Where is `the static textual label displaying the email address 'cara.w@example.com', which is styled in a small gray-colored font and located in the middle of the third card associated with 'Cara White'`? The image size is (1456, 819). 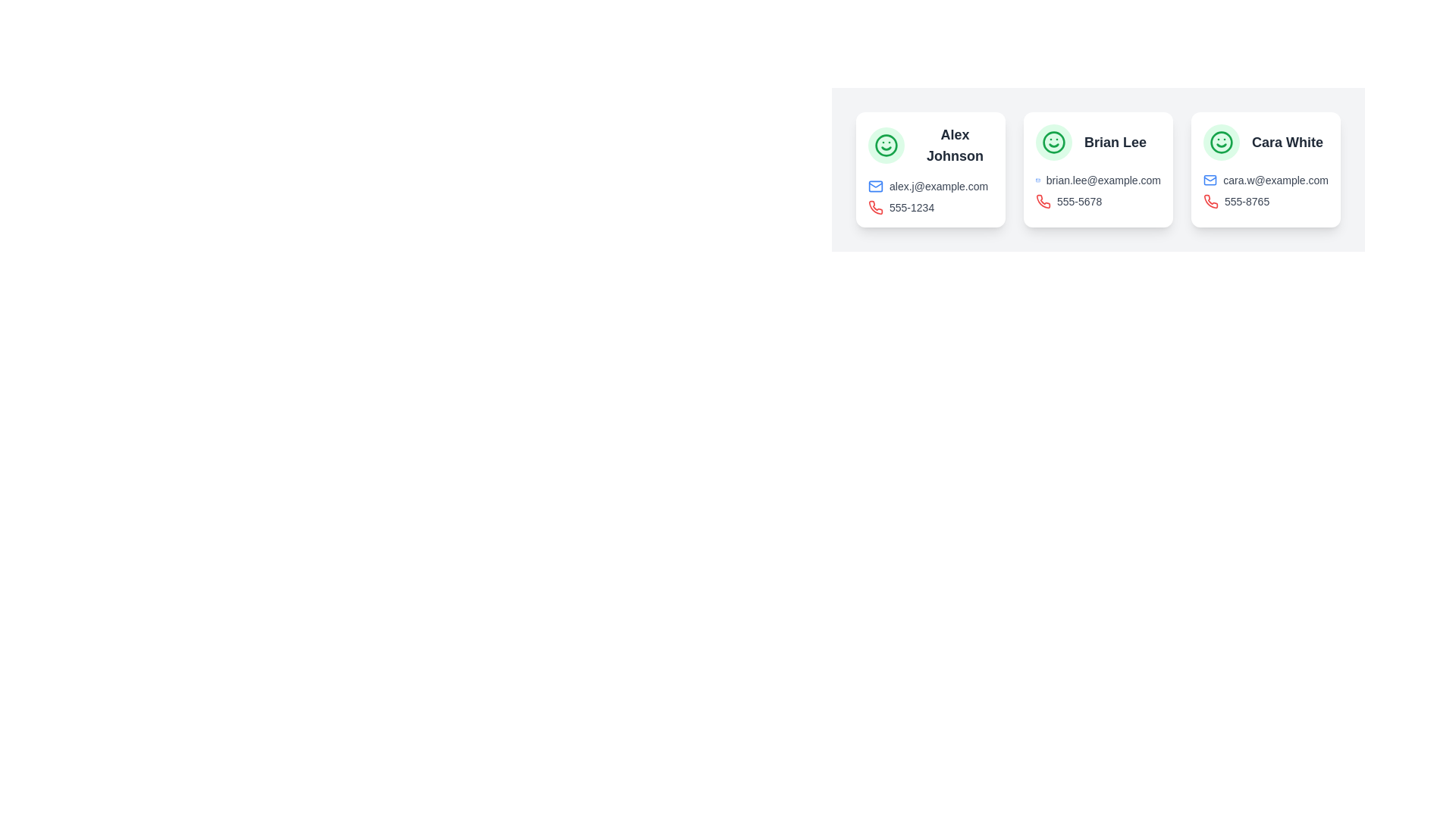 the static textual label displaying the email address 'cara.w@example.com', which is styled in a small gray-colored font and located in the middle of the third card associated with 'Cara White' is located at coordinates (1275, 180).